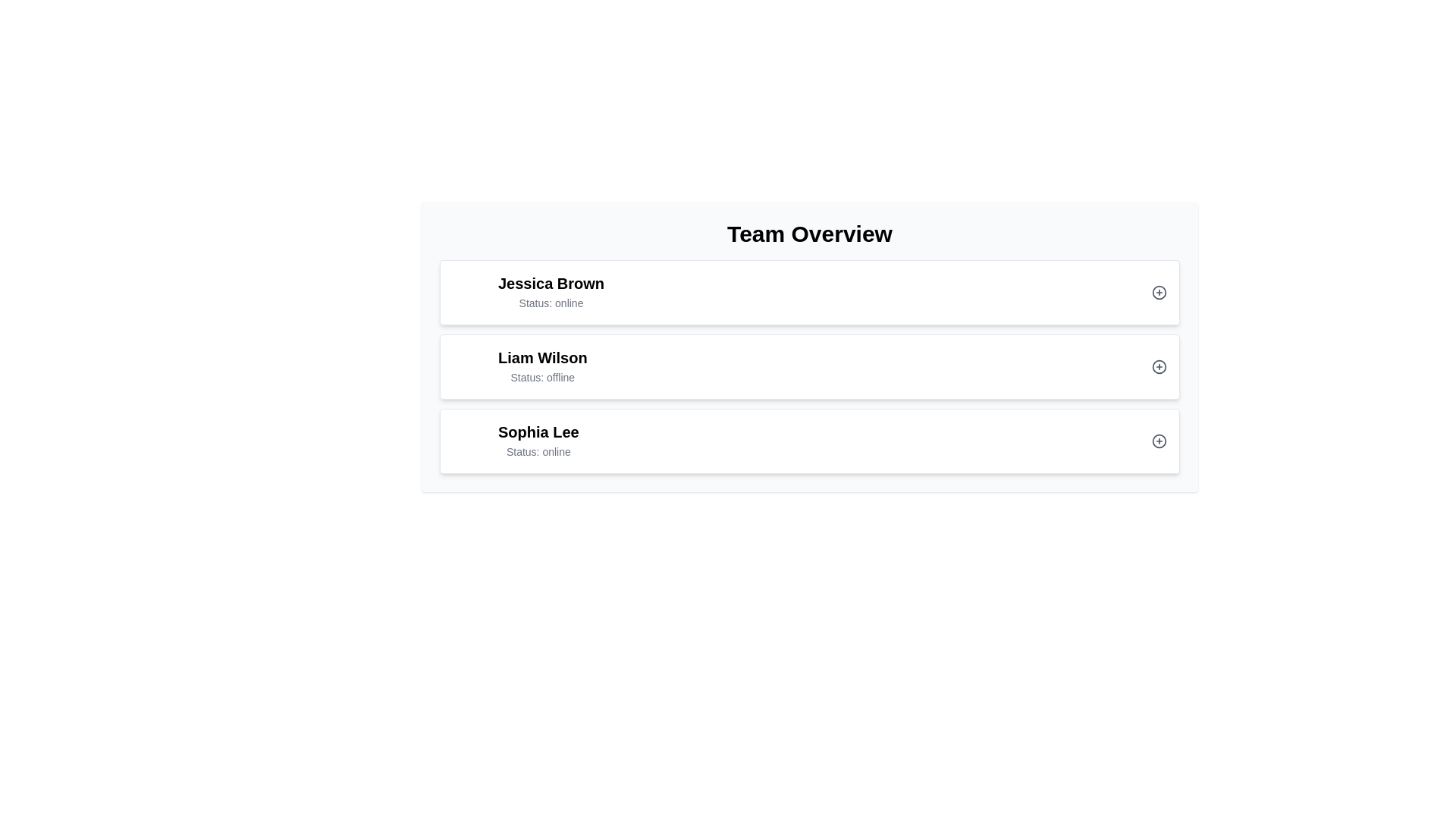 This screenshot has width=1456, height=819. Describe the element at coordinates (1159, 366) in the screenshot. I see `the action button for the 'Liam Wilson' entry` at that location.